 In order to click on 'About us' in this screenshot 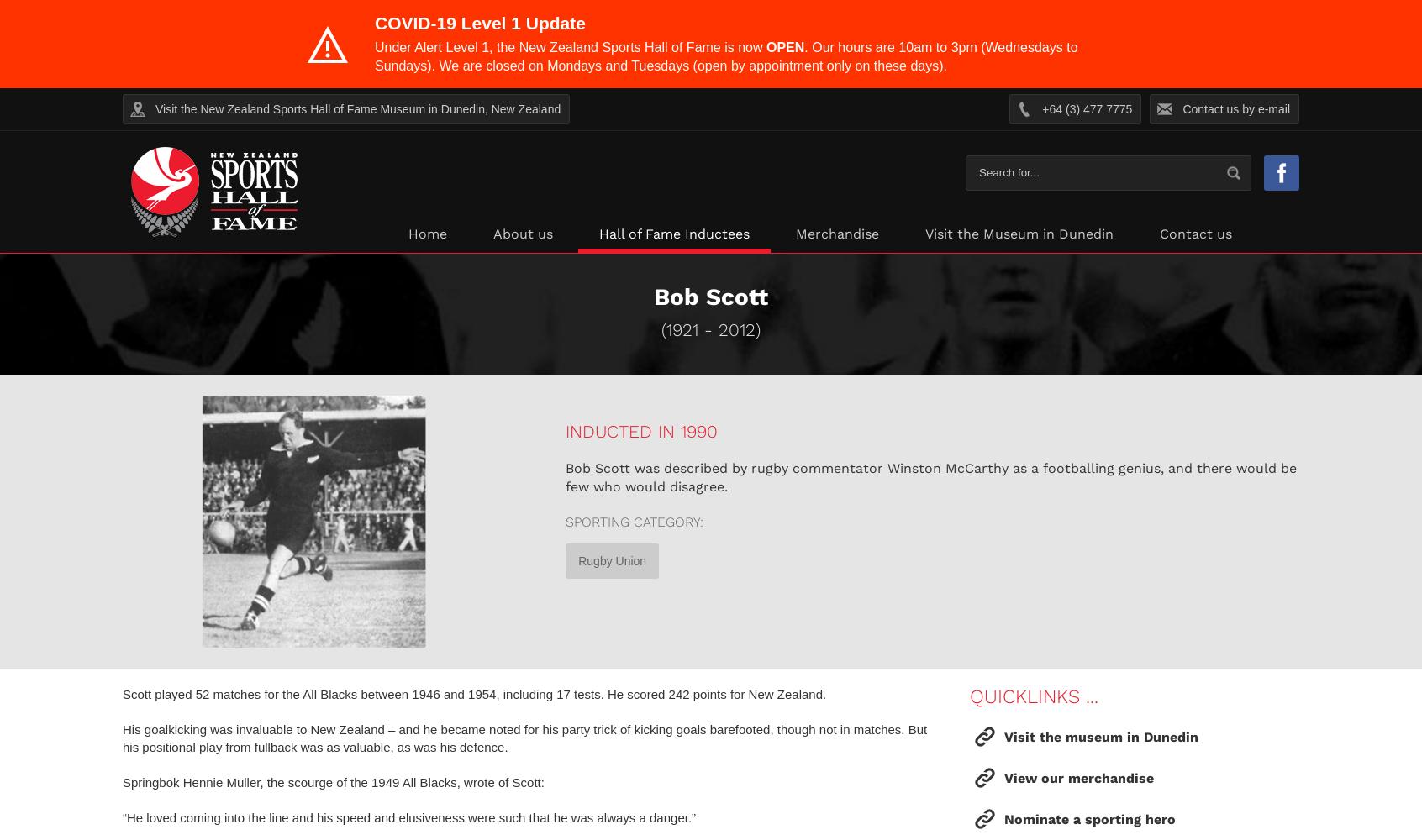, I will do `click(492, 234)`.